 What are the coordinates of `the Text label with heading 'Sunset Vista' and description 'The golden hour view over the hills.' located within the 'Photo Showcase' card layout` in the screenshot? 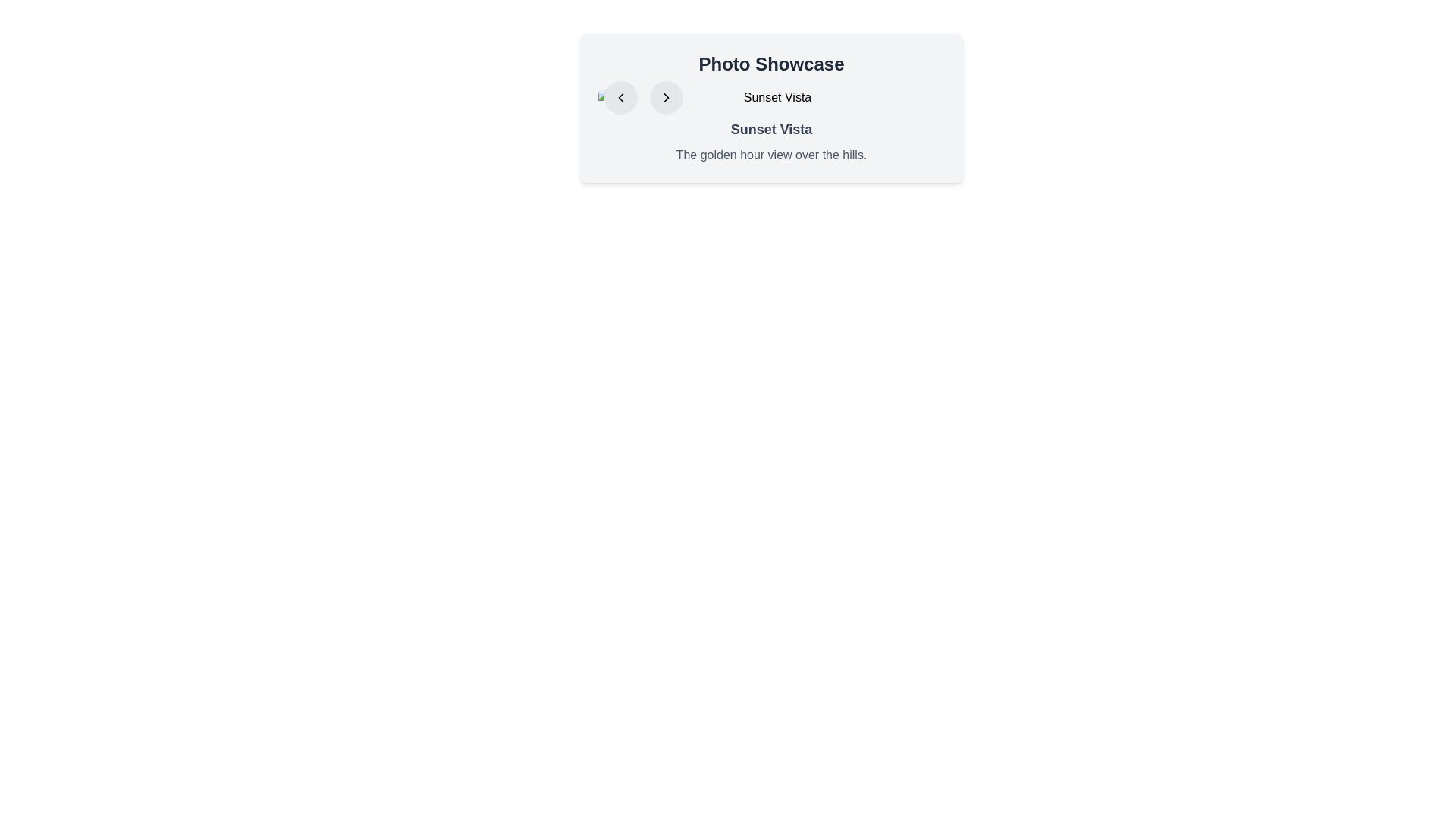 It's located at (771, 141).